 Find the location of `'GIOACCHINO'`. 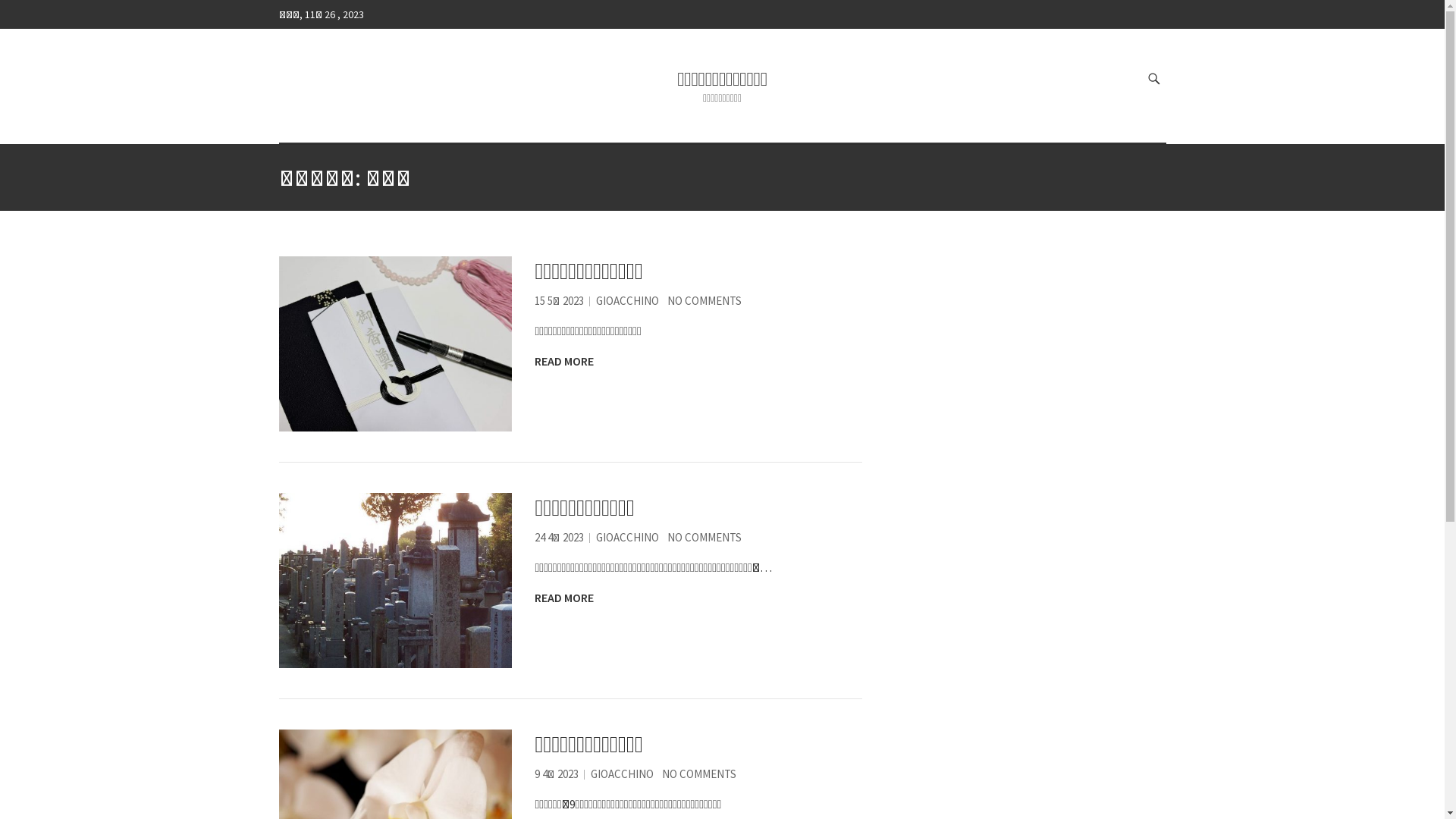

'GIOACCHINO' is located at coordinates (627, 300).